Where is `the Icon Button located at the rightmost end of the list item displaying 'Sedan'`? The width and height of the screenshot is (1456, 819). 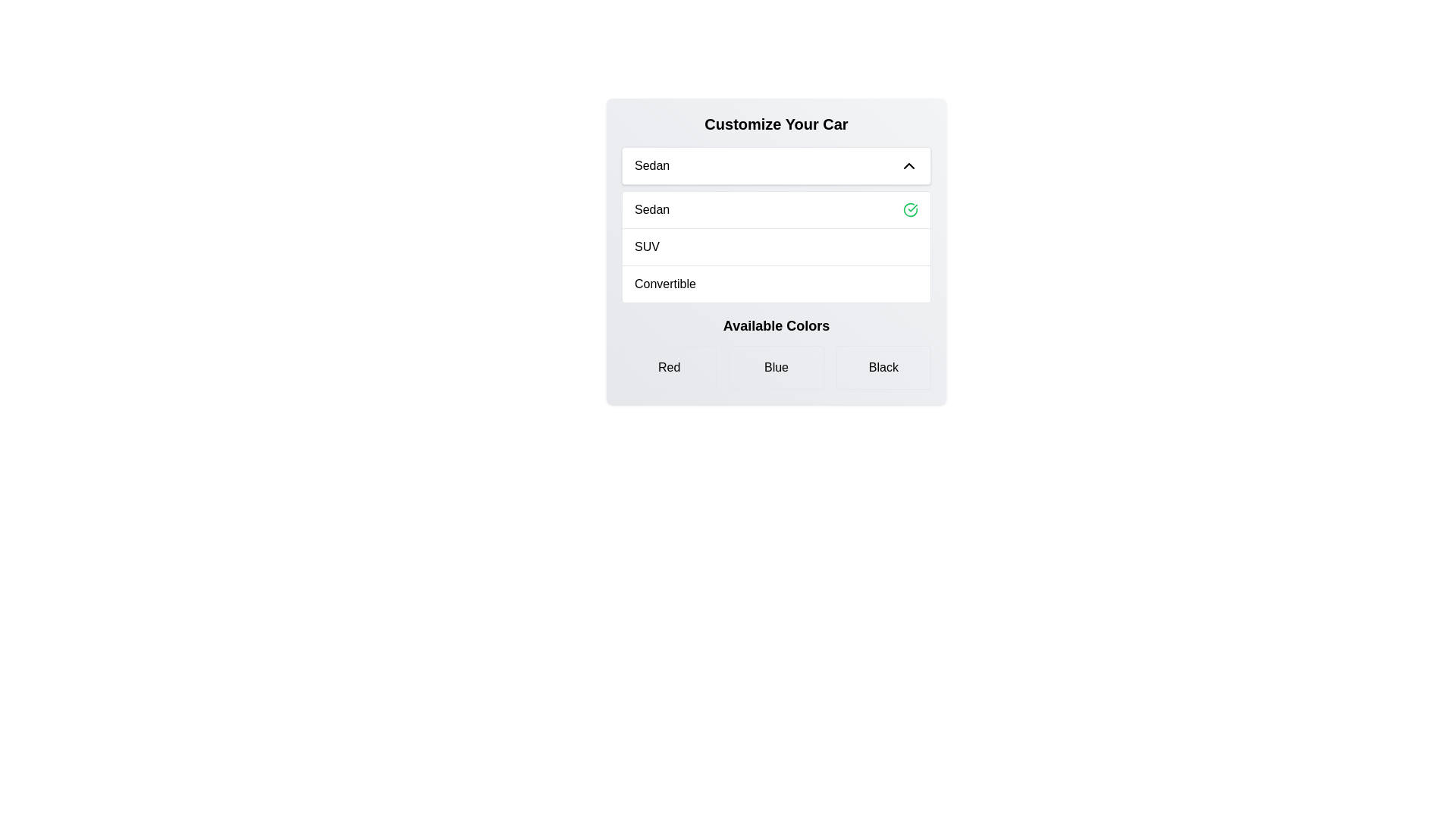 the Icon Button located at the rightmost end of the list item displaying 'Sedan' is located at coordinates (909, 166).